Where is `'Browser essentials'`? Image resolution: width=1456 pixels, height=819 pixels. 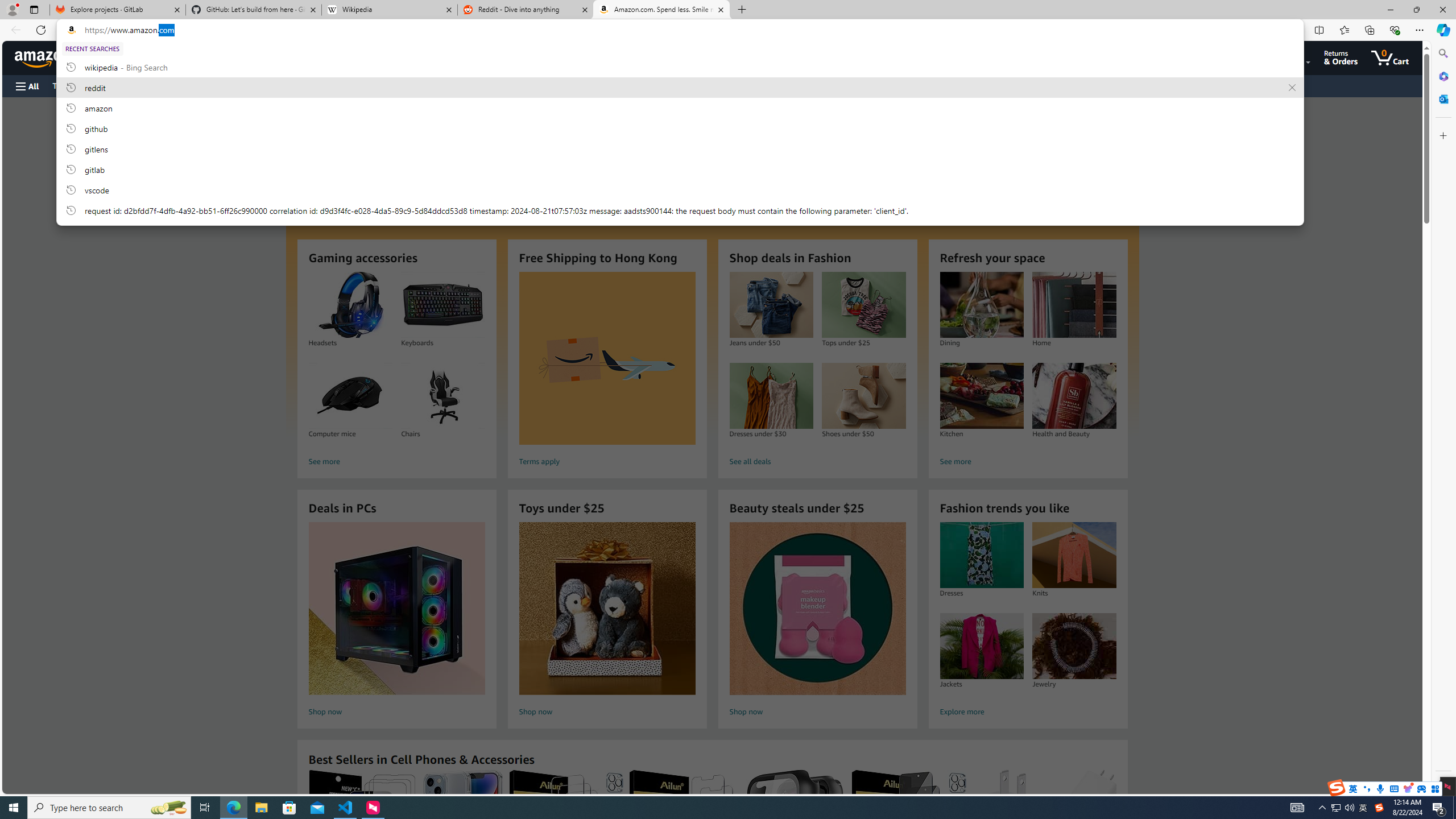 'Browser essentials' is located at coordinates (1394, 29).